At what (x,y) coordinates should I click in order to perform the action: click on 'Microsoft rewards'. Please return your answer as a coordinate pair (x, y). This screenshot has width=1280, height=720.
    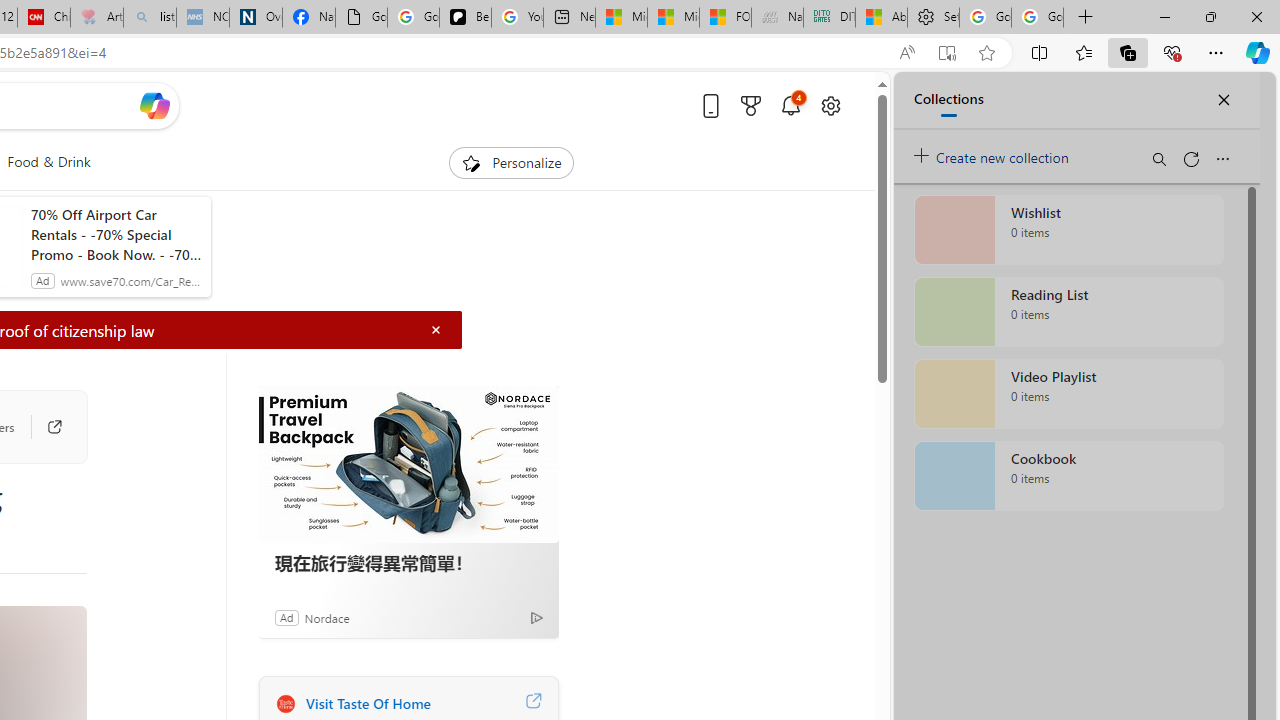
    Looking at the image, I should click on (749, 105).